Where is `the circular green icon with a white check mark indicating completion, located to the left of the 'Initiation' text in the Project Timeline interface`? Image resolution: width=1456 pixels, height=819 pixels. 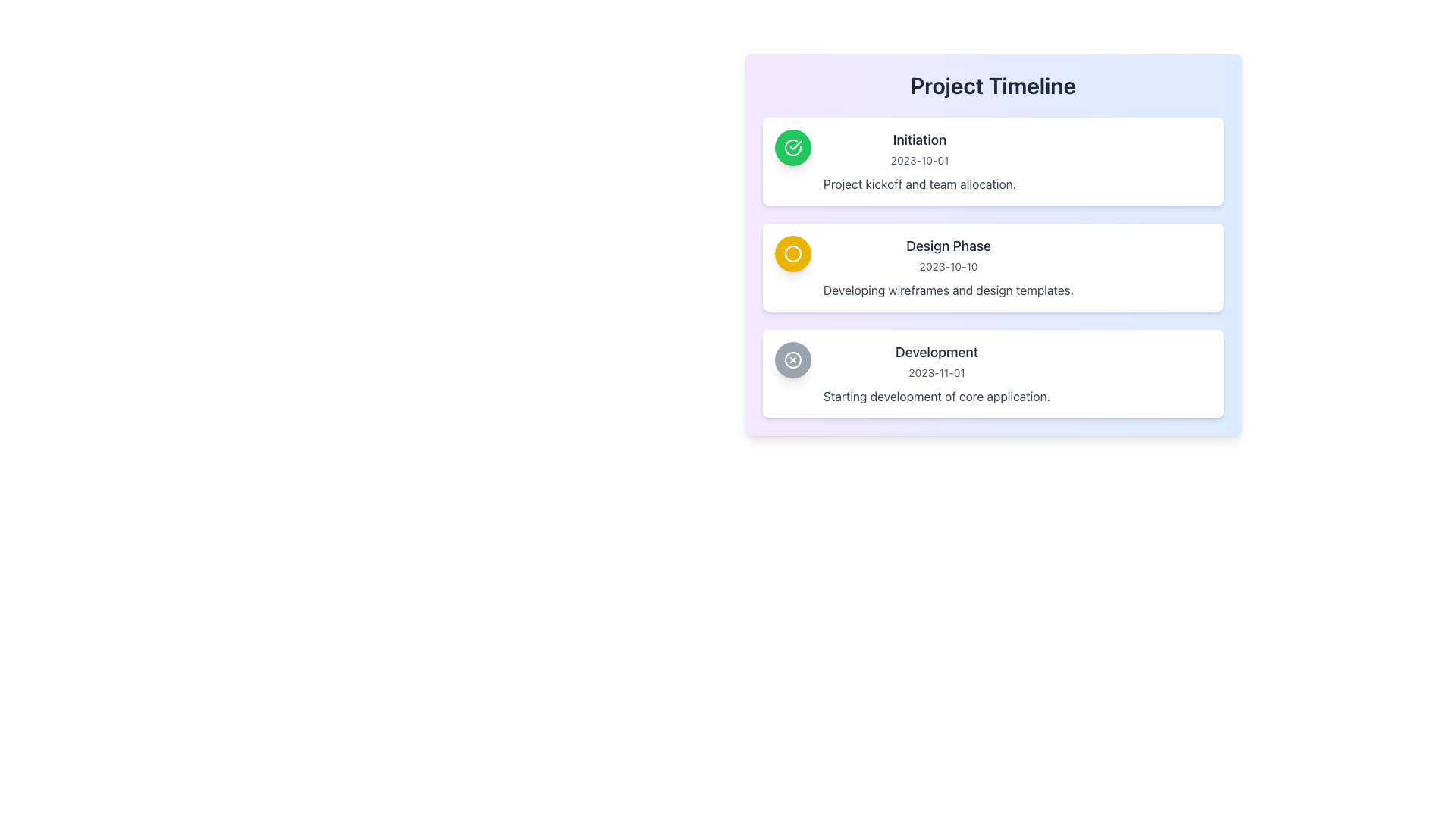 the circular green icon with a white check mark indicating completion, located to the left of the 'Initiation' text in the Project Timeline interface is located at coordinates (792, 148).